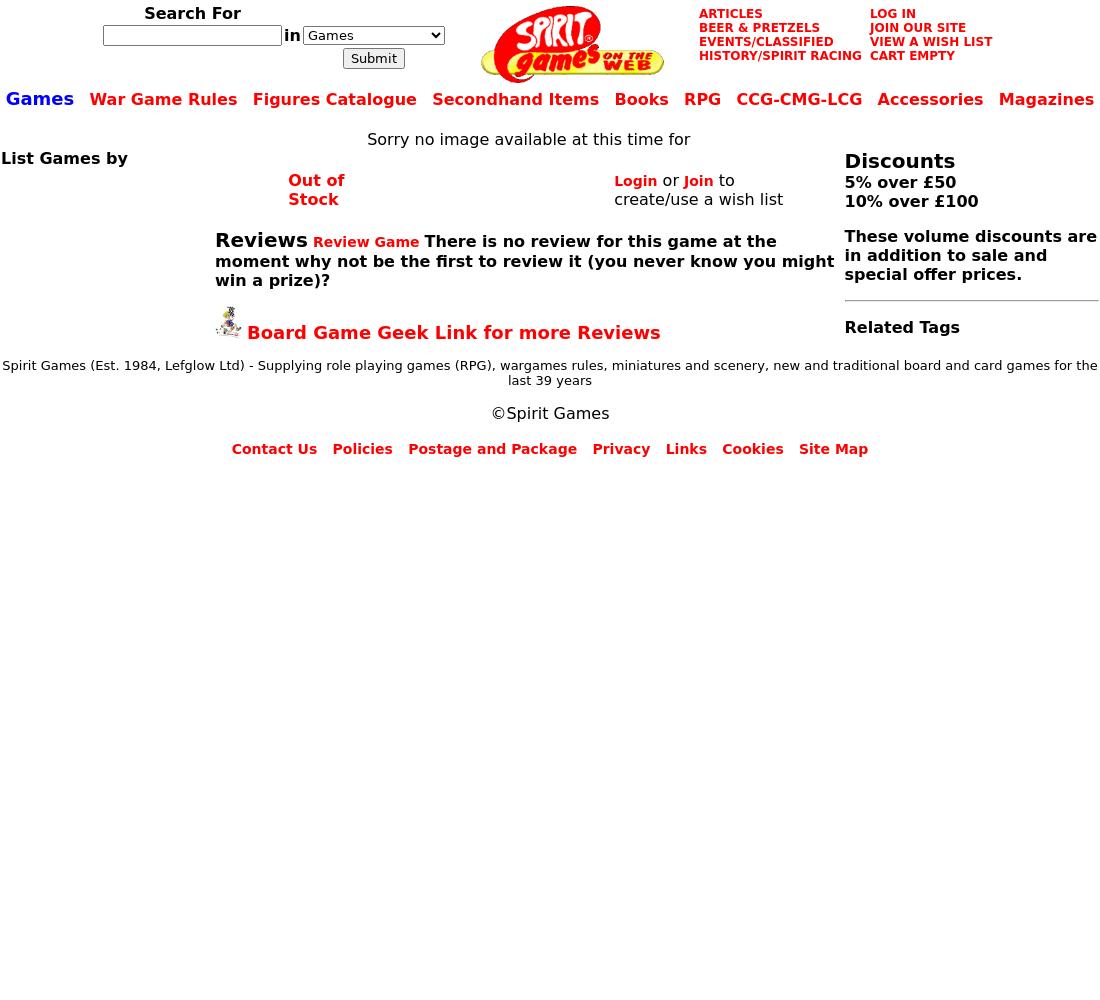 Image resolution: width=1100 pixels, height=1000 pixels. What do you see at coordinates (274, 448) in the screenshot?
I see `'Contact Us'` at bounding box center [274, 448].